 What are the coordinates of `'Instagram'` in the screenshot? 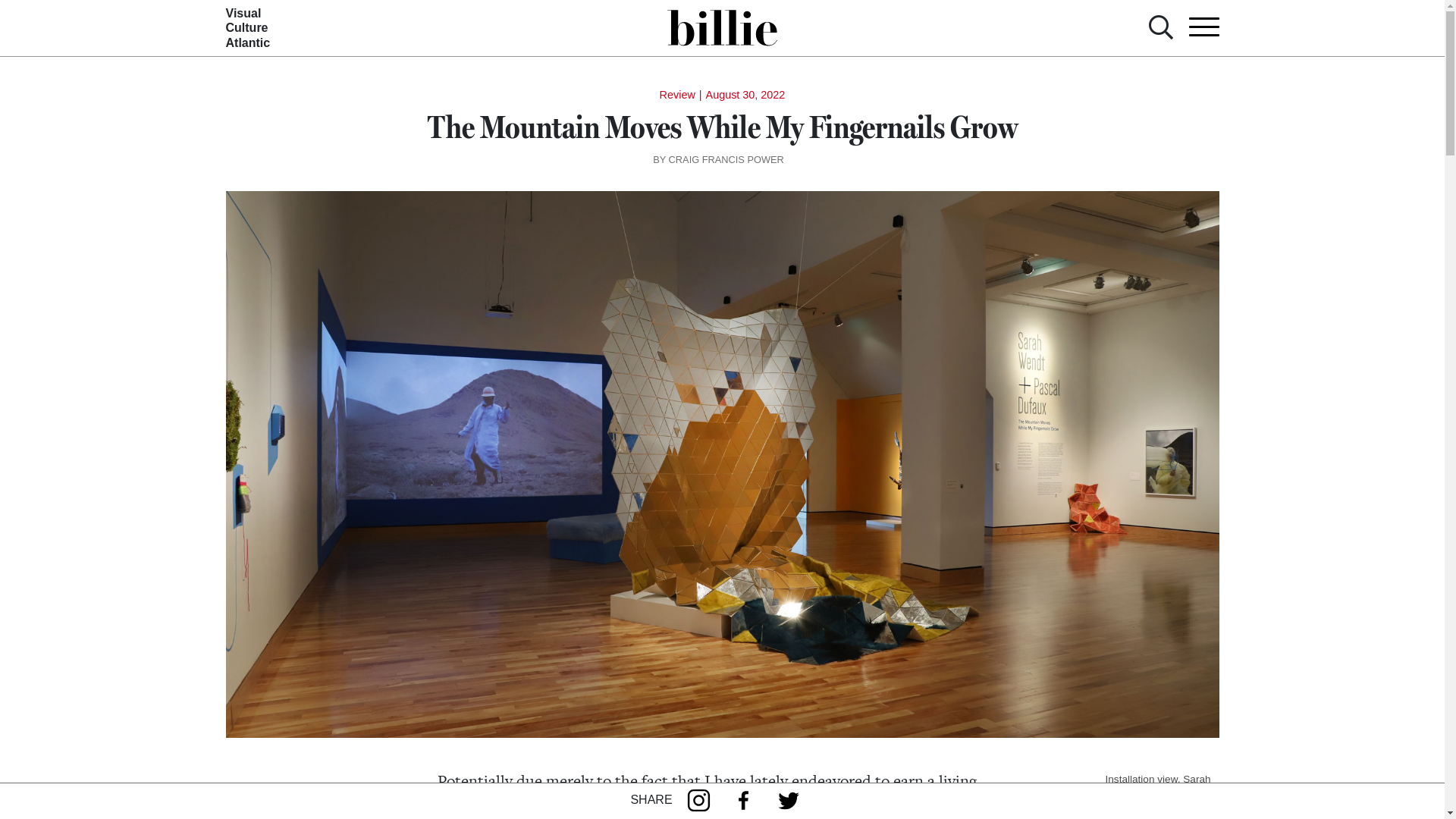 It's located at (701, 800).